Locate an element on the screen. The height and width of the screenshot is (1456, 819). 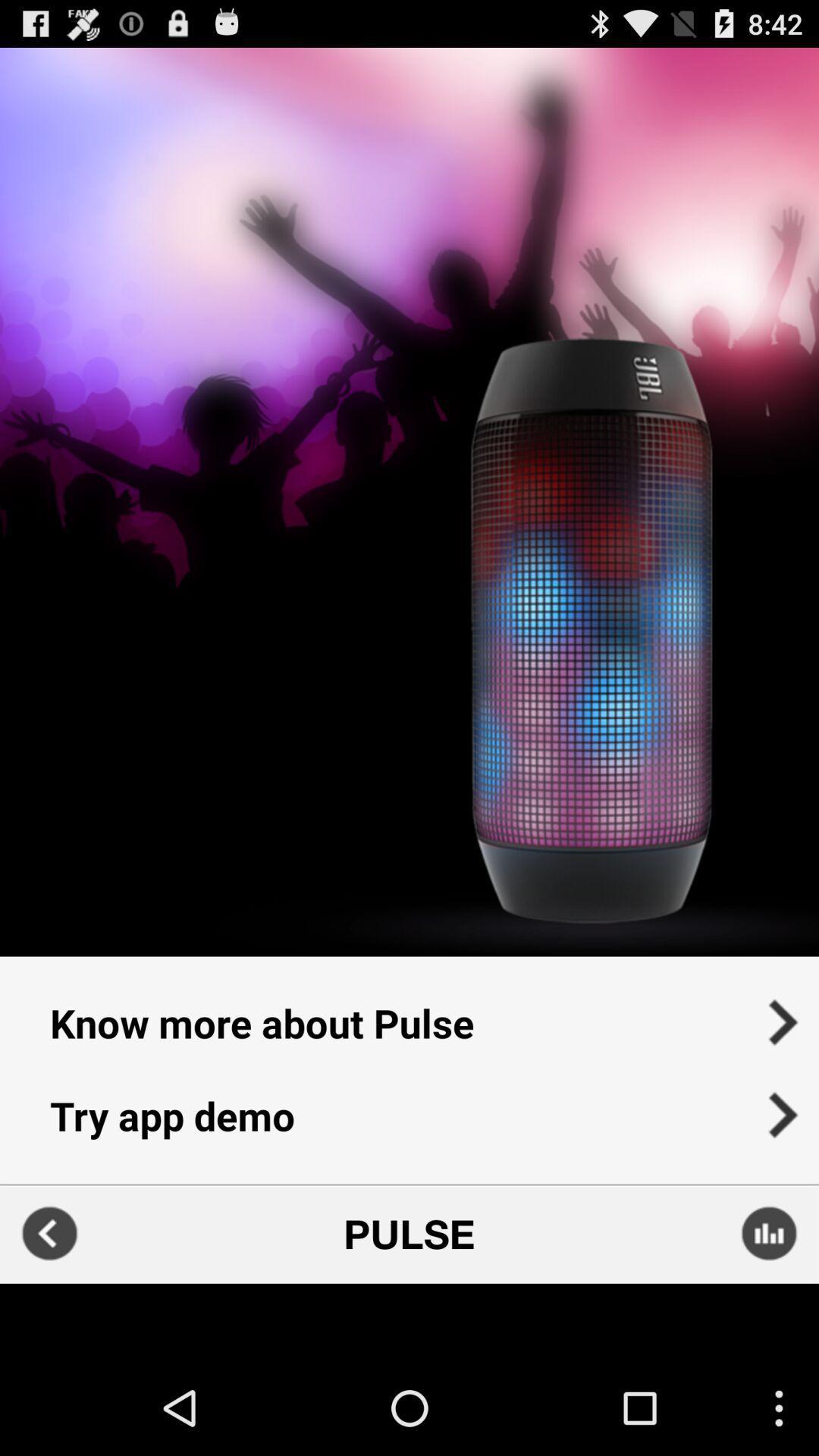
previous screen is located at coordinates (49, 1234).